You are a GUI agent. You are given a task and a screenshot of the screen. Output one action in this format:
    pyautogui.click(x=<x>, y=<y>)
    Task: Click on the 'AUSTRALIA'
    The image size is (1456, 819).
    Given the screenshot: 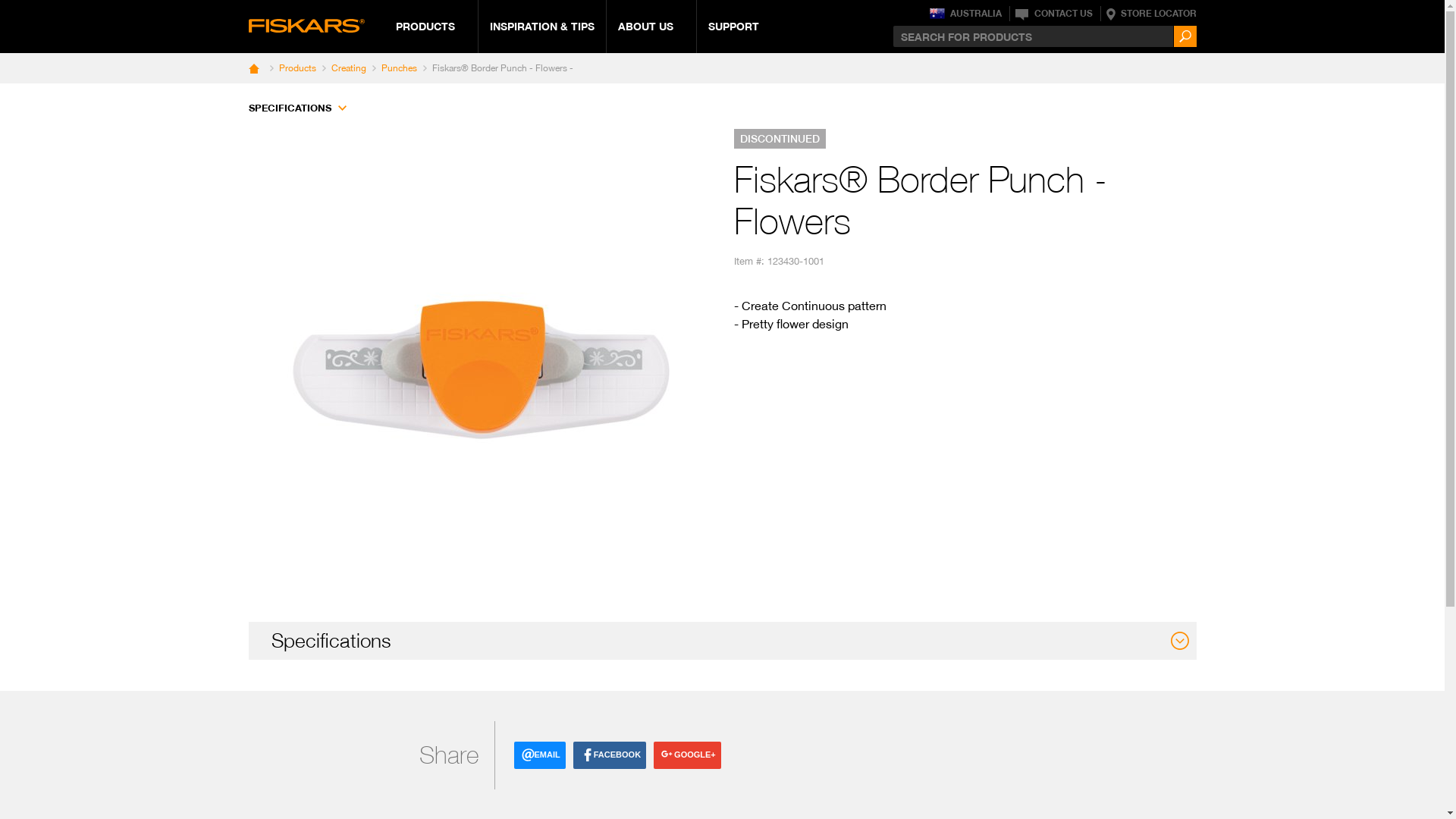 What is the action you would take?
    pyautogui.click(x=965, y=14)
    